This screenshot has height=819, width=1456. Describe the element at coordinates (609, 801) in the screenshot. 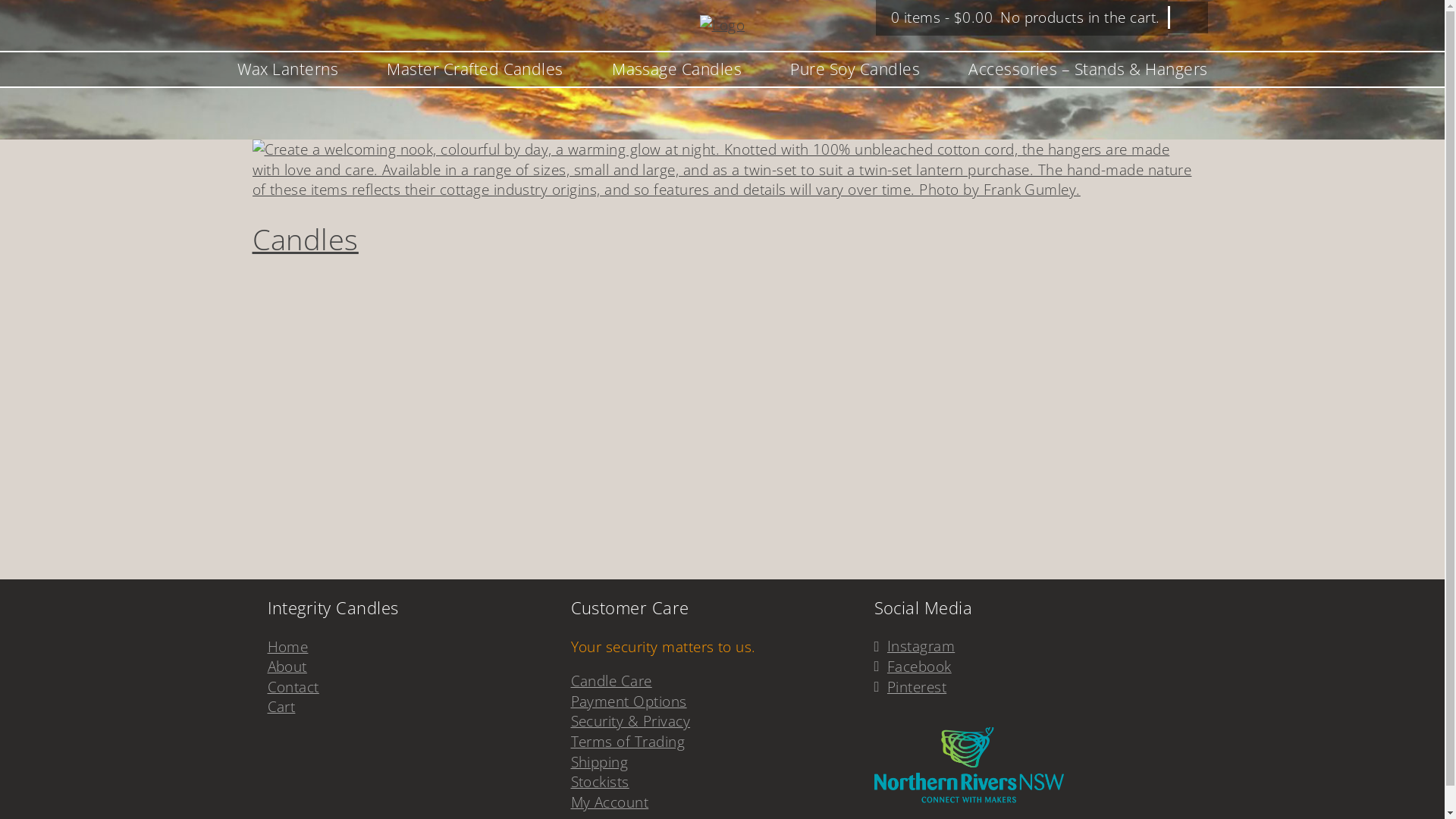

I see `'My Account'` at that location.